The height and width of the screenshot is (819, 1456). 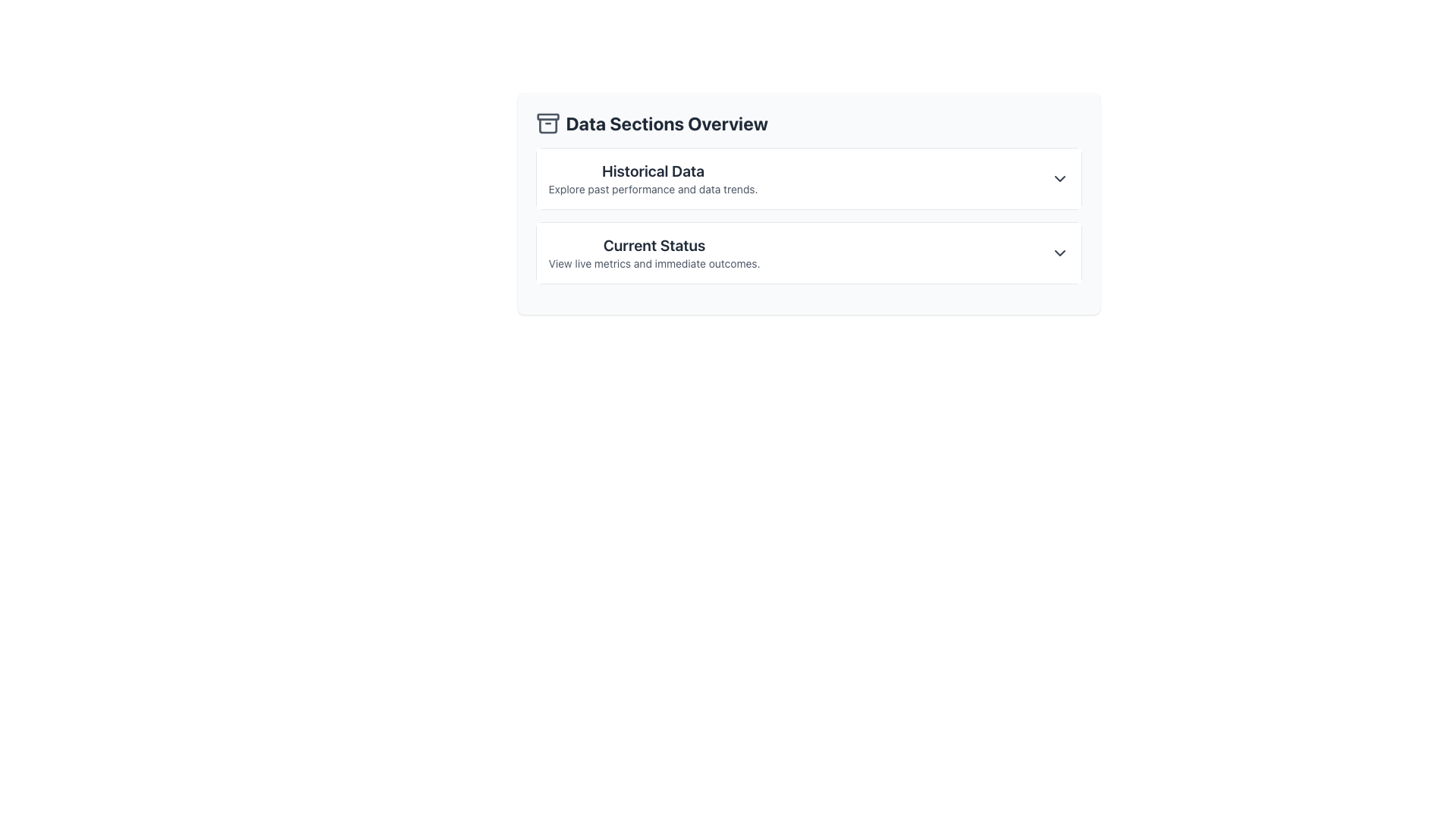 What do you see at coordinates (547, 116) in the screenshot?
I see `the lid of the archive box, which is represented by the first rectangular SVG shape in the top section of the icon` at bounding box center [547, 116].